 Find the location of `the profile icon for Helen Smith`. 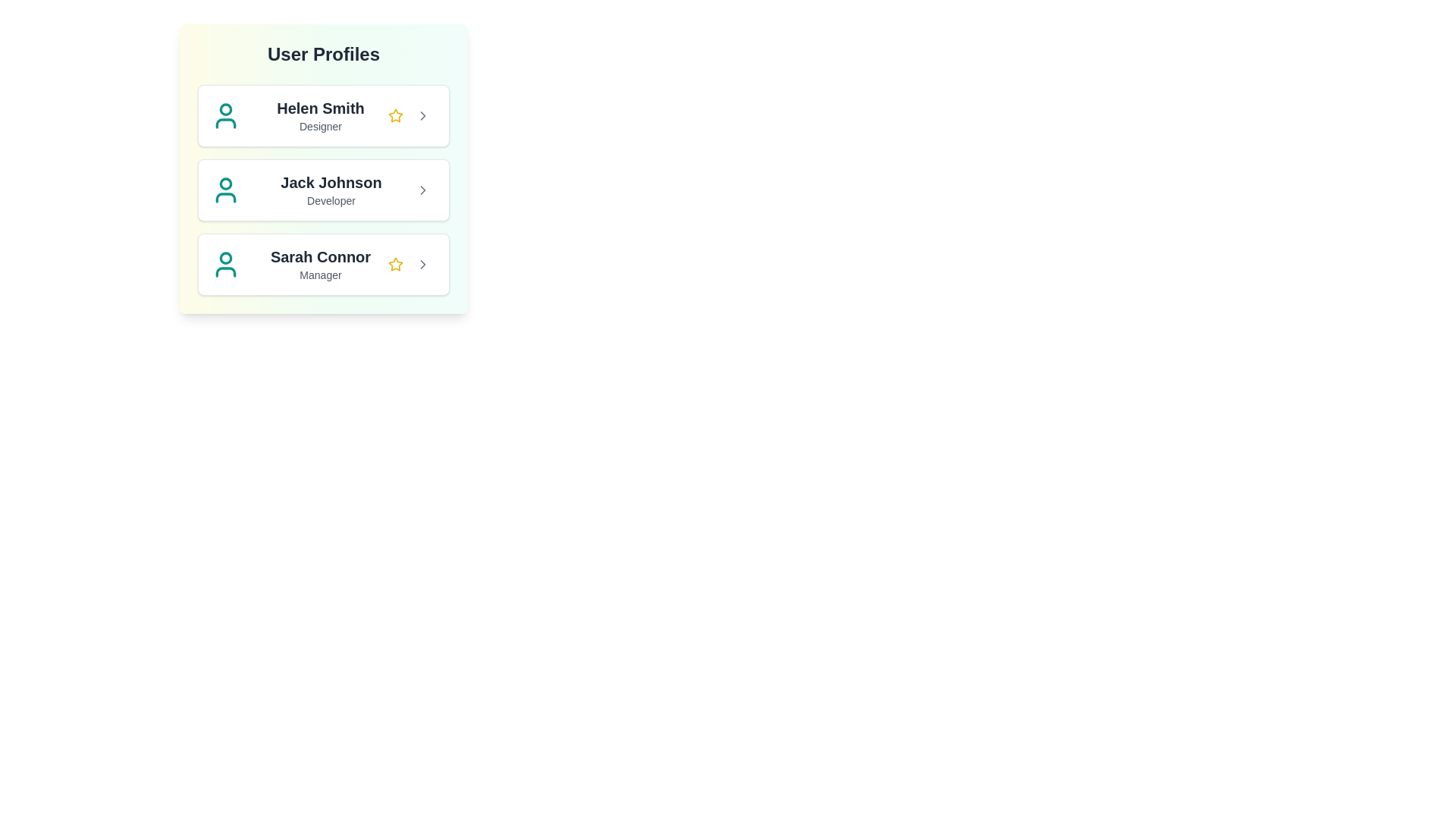

the profile icon for Helen Smith is located at coordinates (224, 115).